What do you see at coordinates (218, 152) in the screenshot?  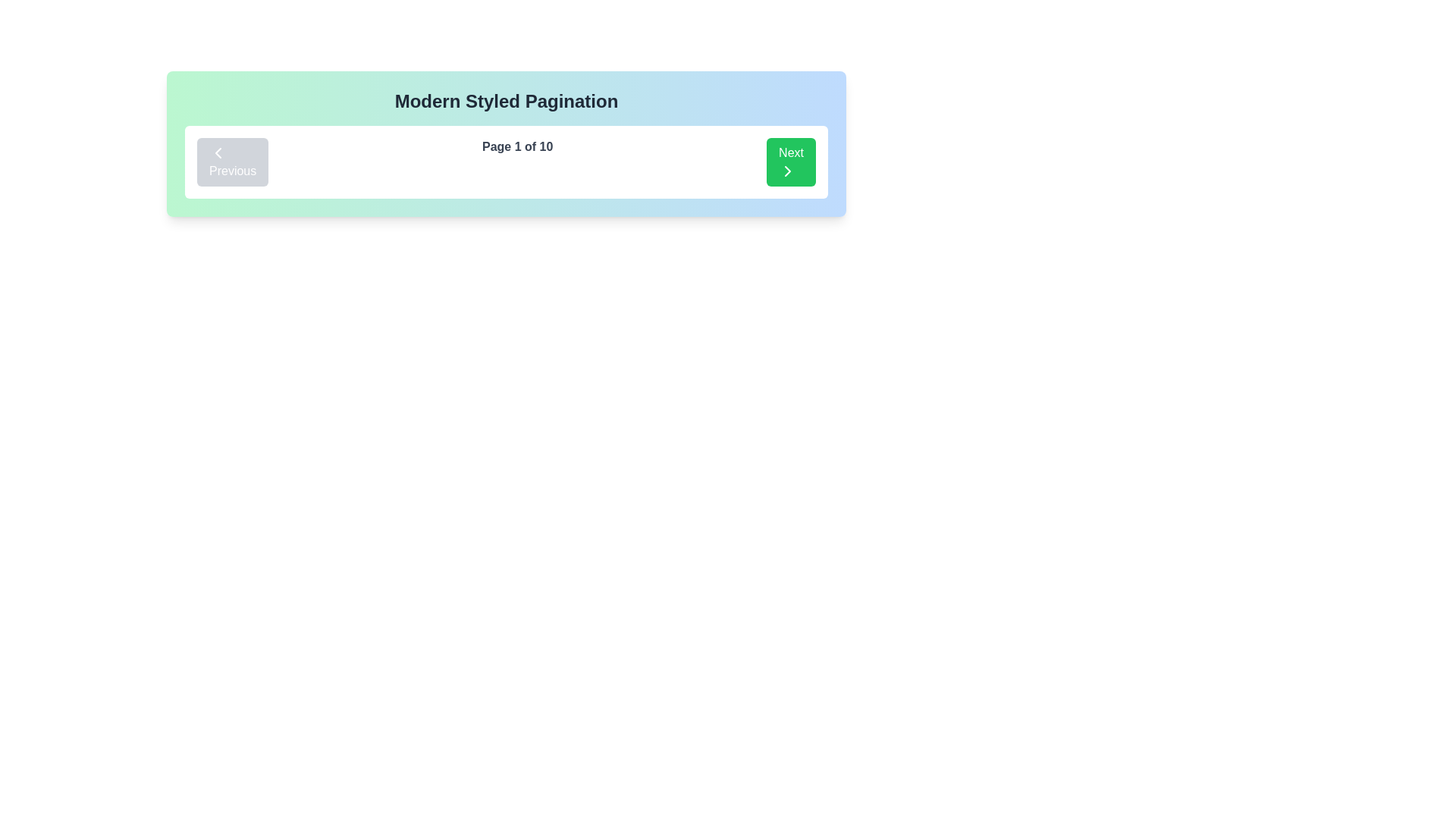 I see `the graphical indicator of the 'Previous' button in the pagination interface, located at the left side of the pagination bar` at bounding box center [218, 152].